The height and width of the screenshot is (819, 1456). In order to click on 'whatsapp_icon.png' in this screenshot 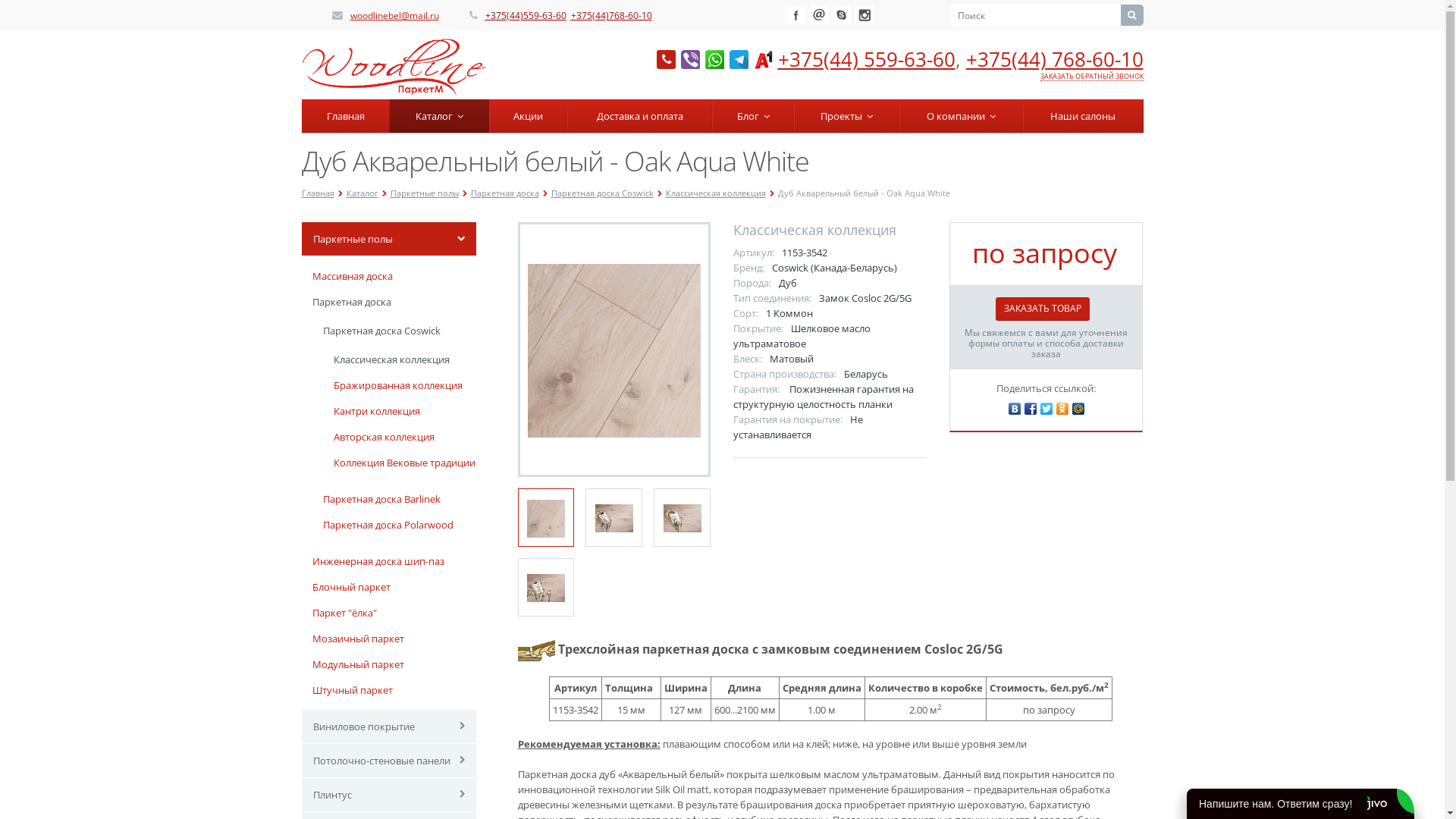, I will do `click(714, 58)`.